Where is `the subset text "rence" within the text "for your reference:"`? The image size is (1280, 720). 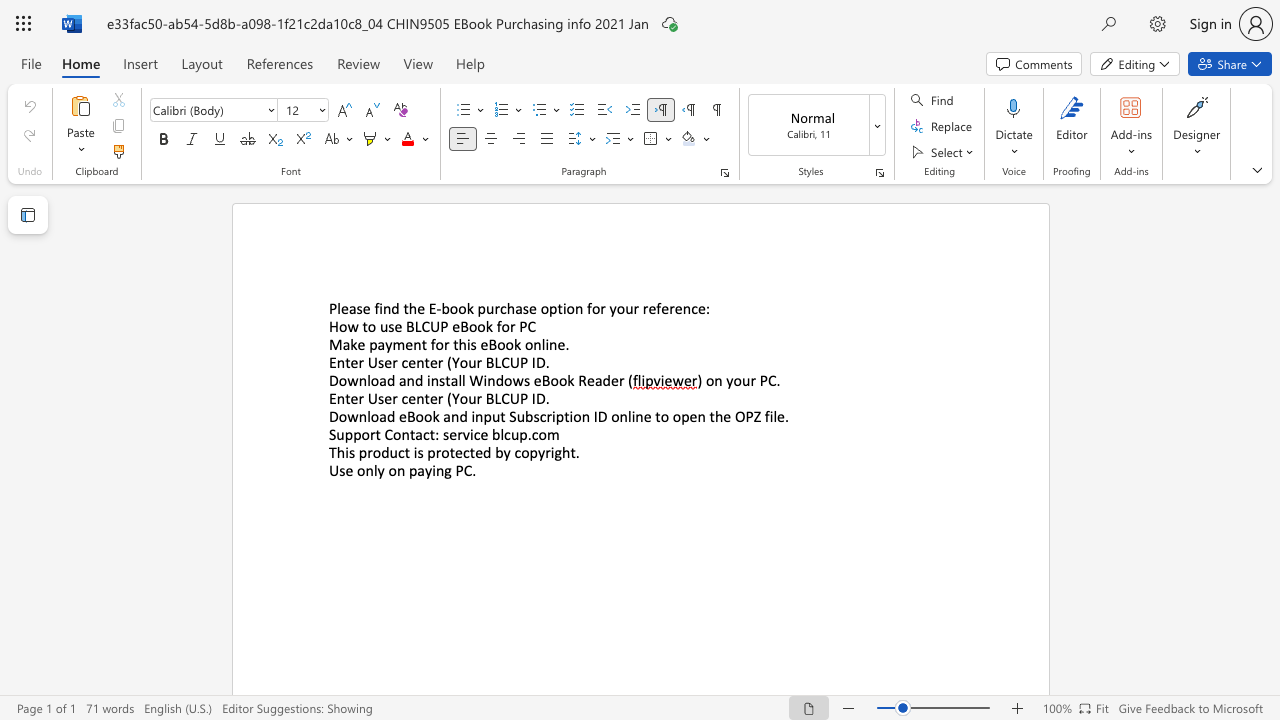 the subset text "rence" within the text "for your reference:" is located at coordinates (669, 308).